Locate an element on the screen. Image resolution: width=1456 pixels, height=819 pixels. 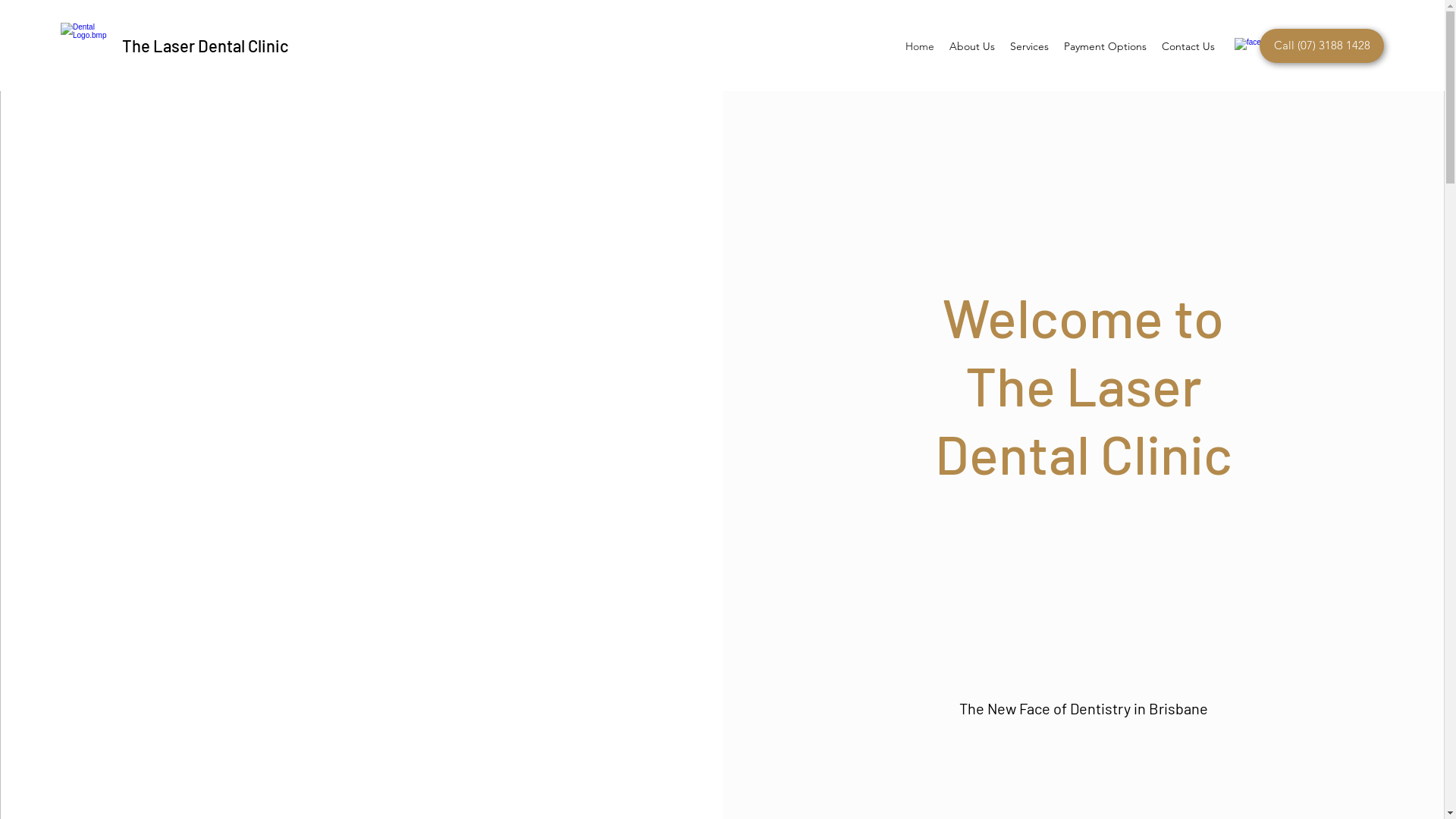
'Contact Us' is located at coordinates (1187, 45).